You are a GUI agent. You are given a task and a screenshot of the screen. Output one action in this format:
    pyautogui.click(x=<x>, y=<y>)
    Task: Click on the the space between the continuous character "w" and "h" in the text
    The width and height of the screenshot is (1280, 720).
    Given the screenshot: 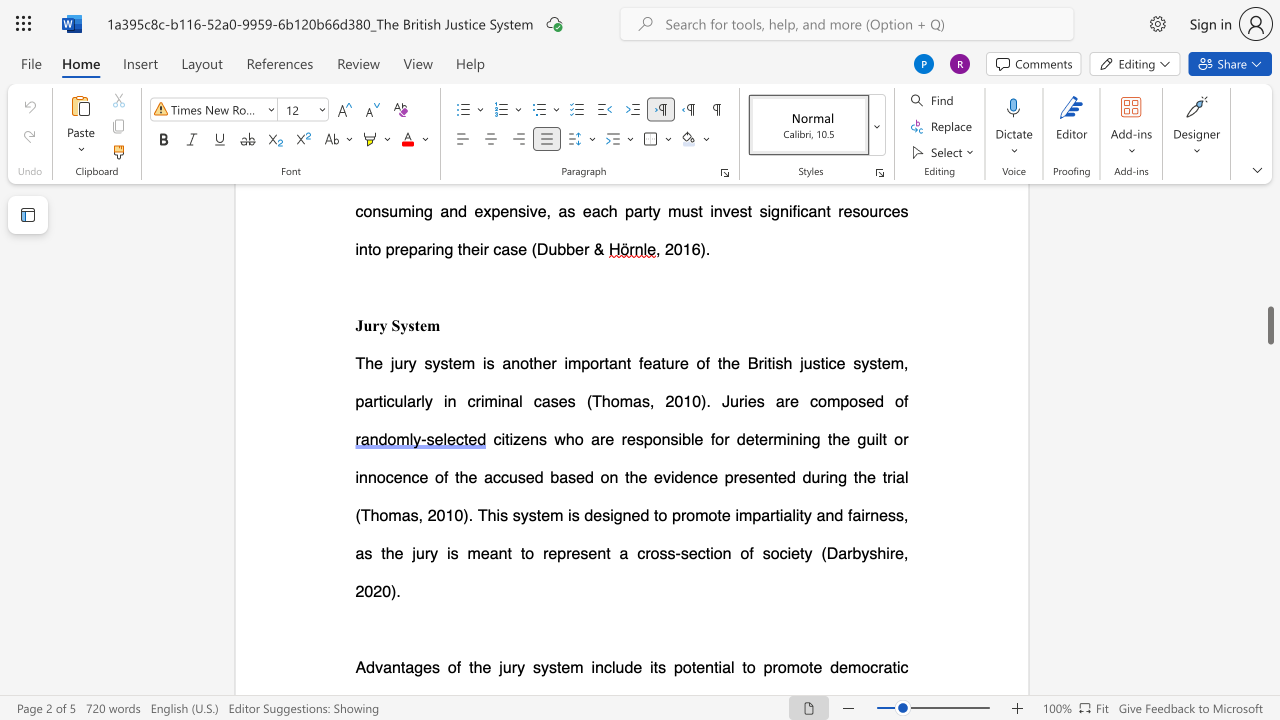 What is the action you would take?
    pyautogui.click(x=564, y=438)
    